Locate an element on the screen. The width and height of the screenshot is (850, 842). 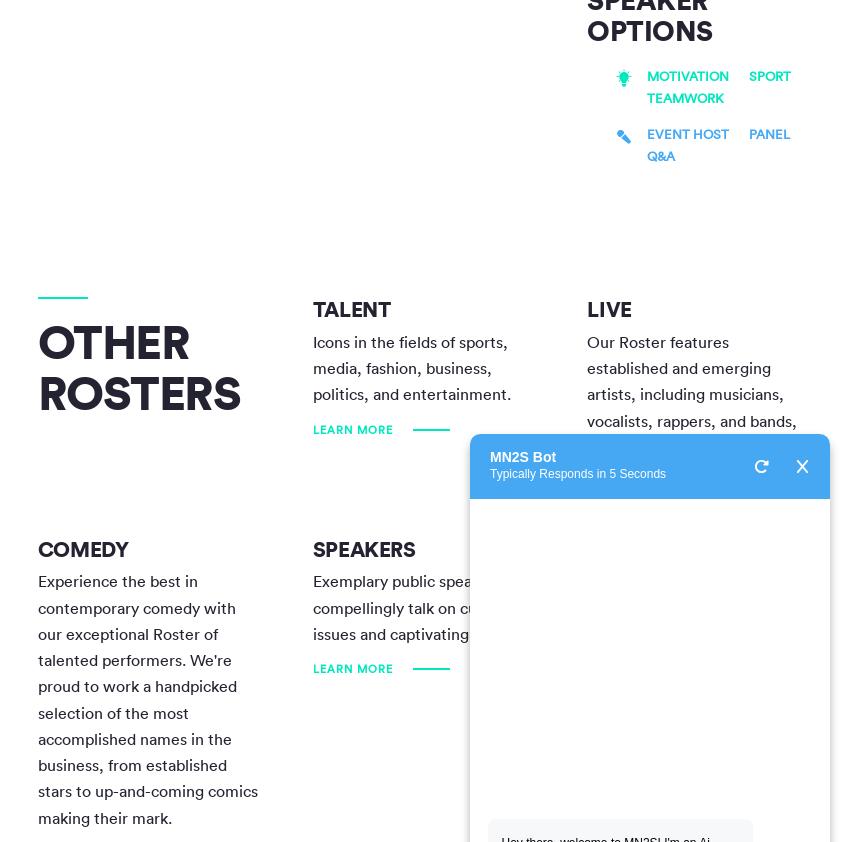
'Our repertoire boasts international tours of the world's most sought-after event brands. Partner with us and embark on a journey your audience won't forget.' is located at coordinates (692, 646).